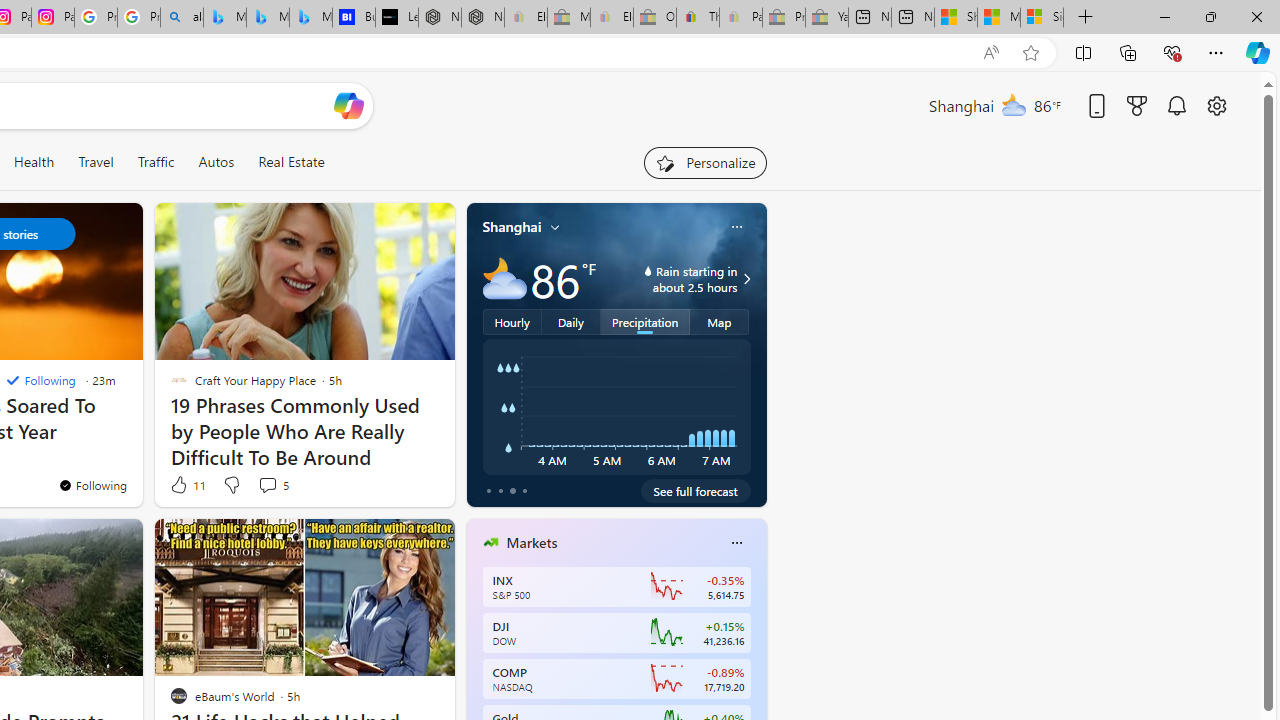 The width and height of the screenshot is (1280, 720). What do you see at coordinates (500, 491) in the screenshot?
I see `'tab-1'` at bounding box center [500, 491].